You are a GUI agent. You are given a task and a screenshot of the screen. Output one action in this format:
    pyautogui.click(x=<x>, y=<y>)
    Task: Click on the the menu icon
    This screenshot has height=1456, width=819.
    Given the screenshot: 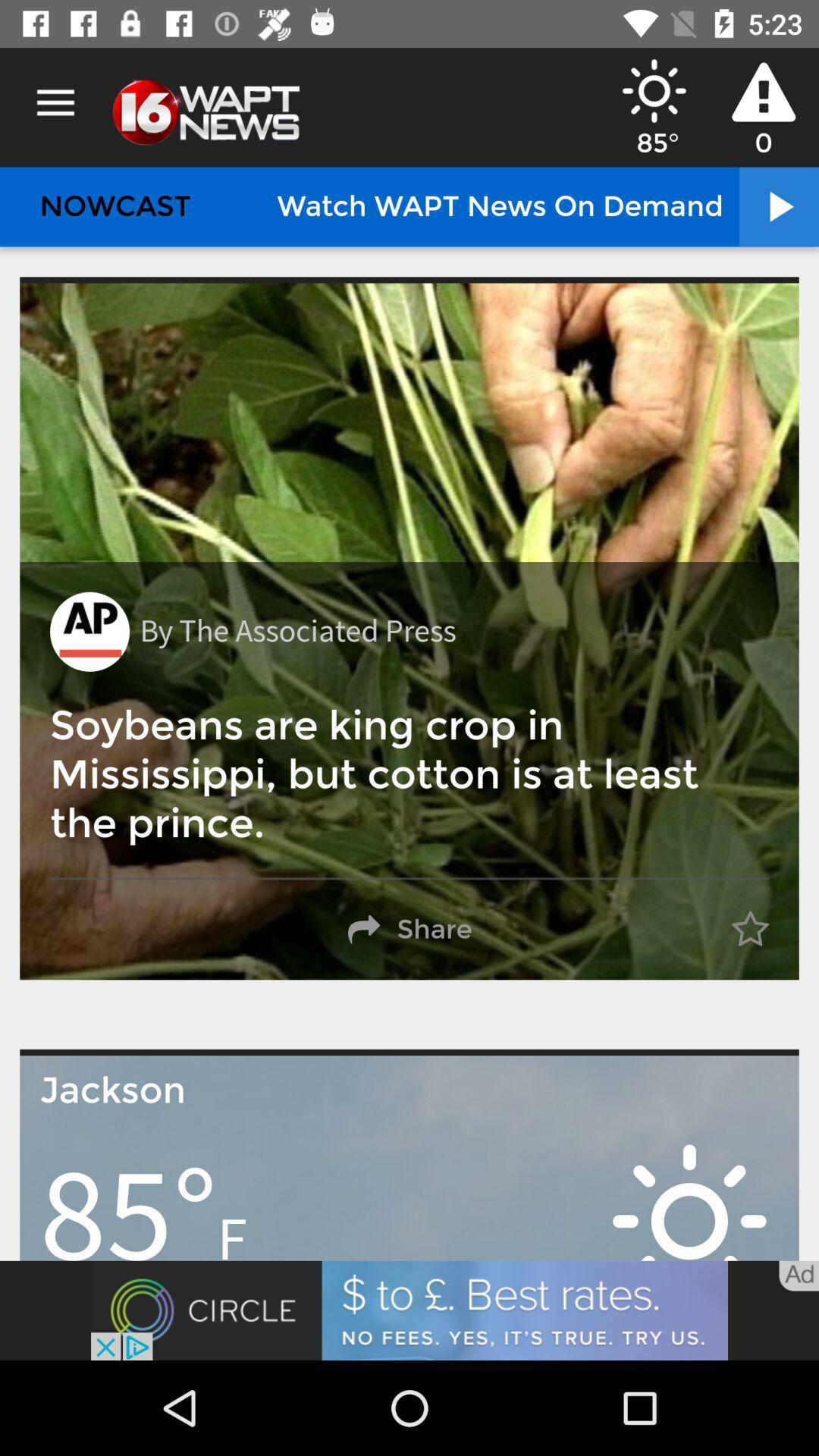 What is the action you would take?
    pyautogui.click(x=55, y=102)
    